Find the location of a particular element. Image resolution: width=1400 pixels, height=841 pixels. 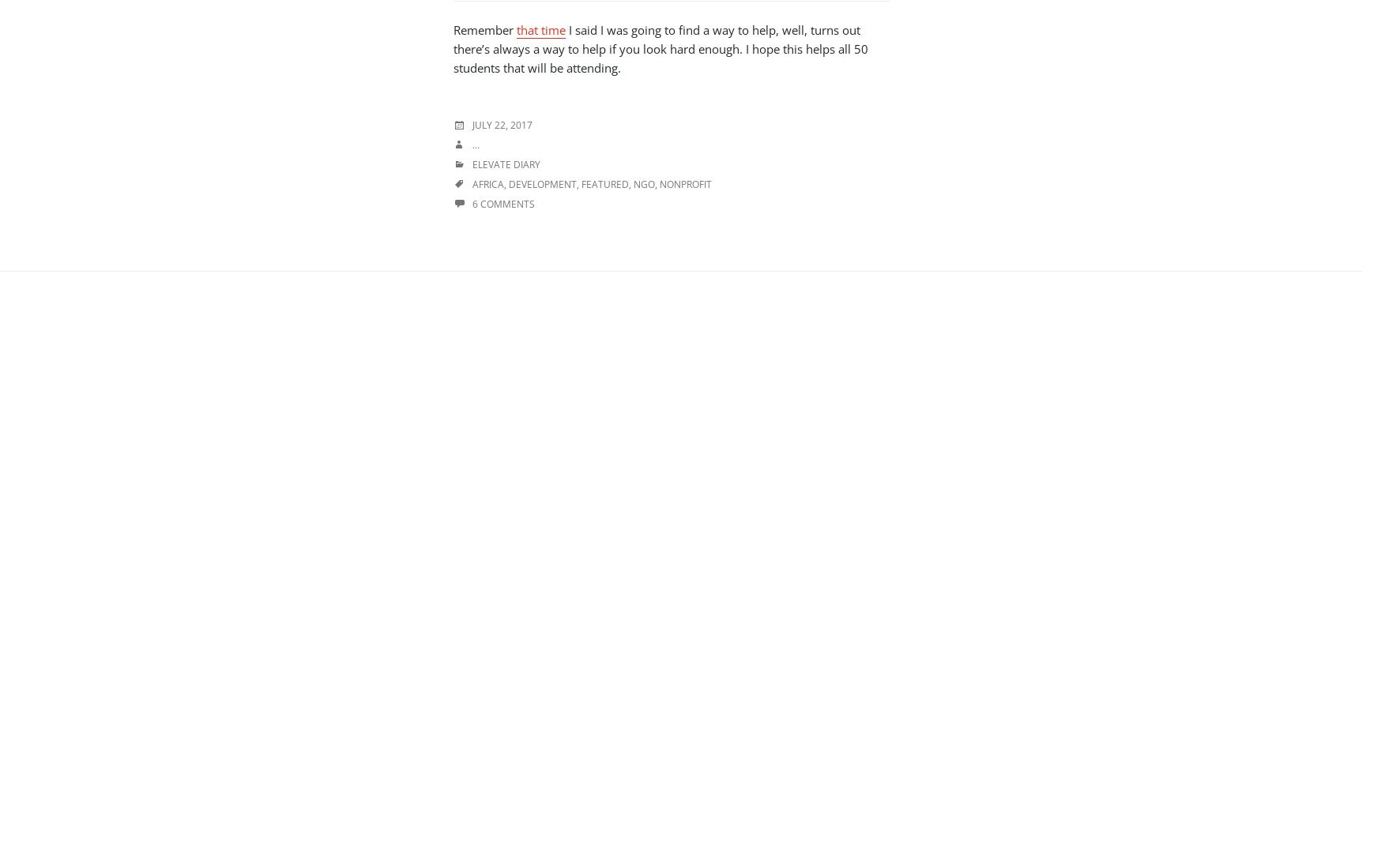

'Remember' is located at coordinates (453, 29).